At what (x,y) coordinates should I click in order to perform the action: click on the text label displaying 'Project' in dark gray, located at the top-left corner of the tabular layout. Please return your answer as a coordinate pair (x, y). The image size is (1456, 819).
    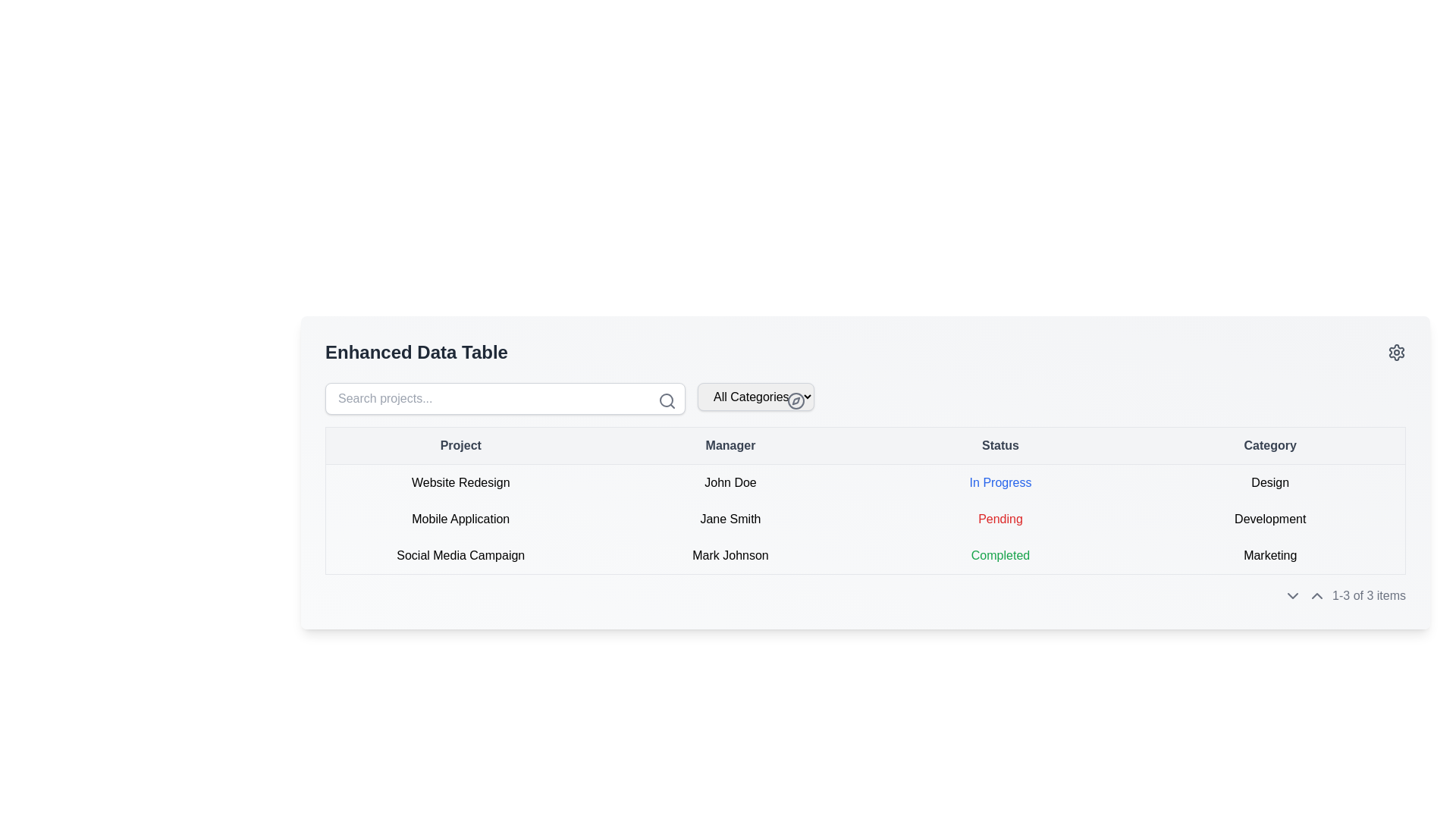
    Looking at the image, I should click on (460, 444).